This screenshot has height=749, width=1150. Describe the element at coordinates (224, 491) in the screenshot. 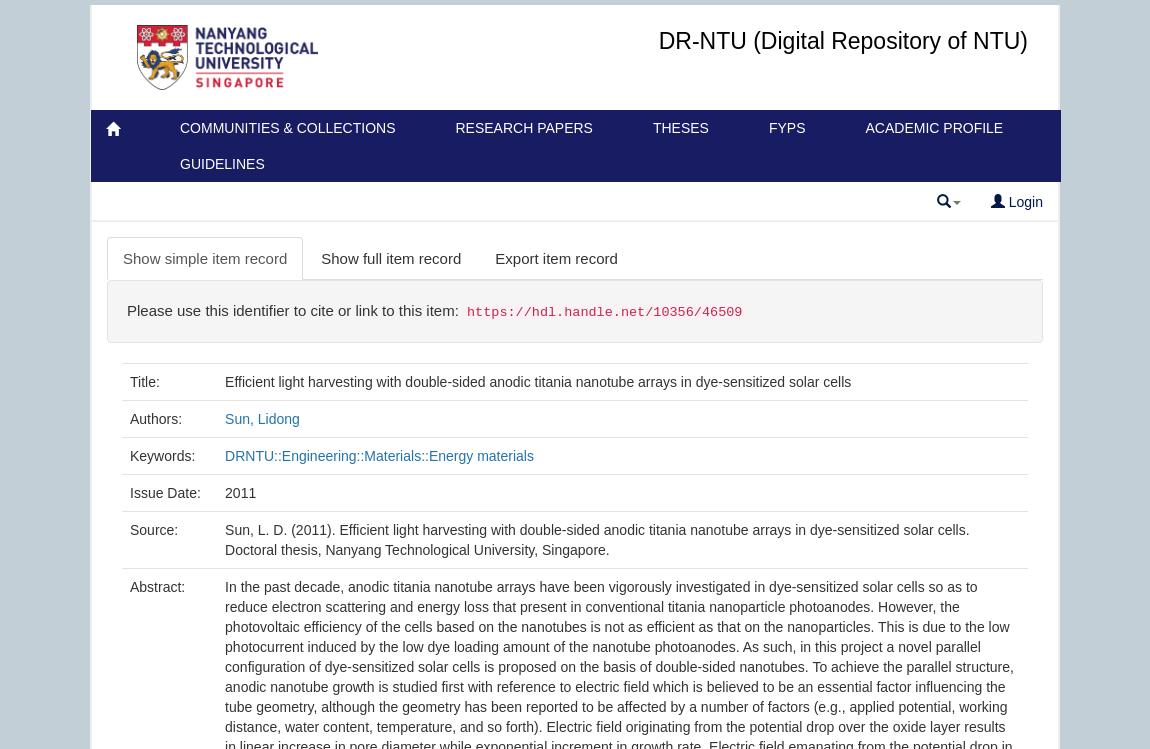

I see `'2011'` at that location.